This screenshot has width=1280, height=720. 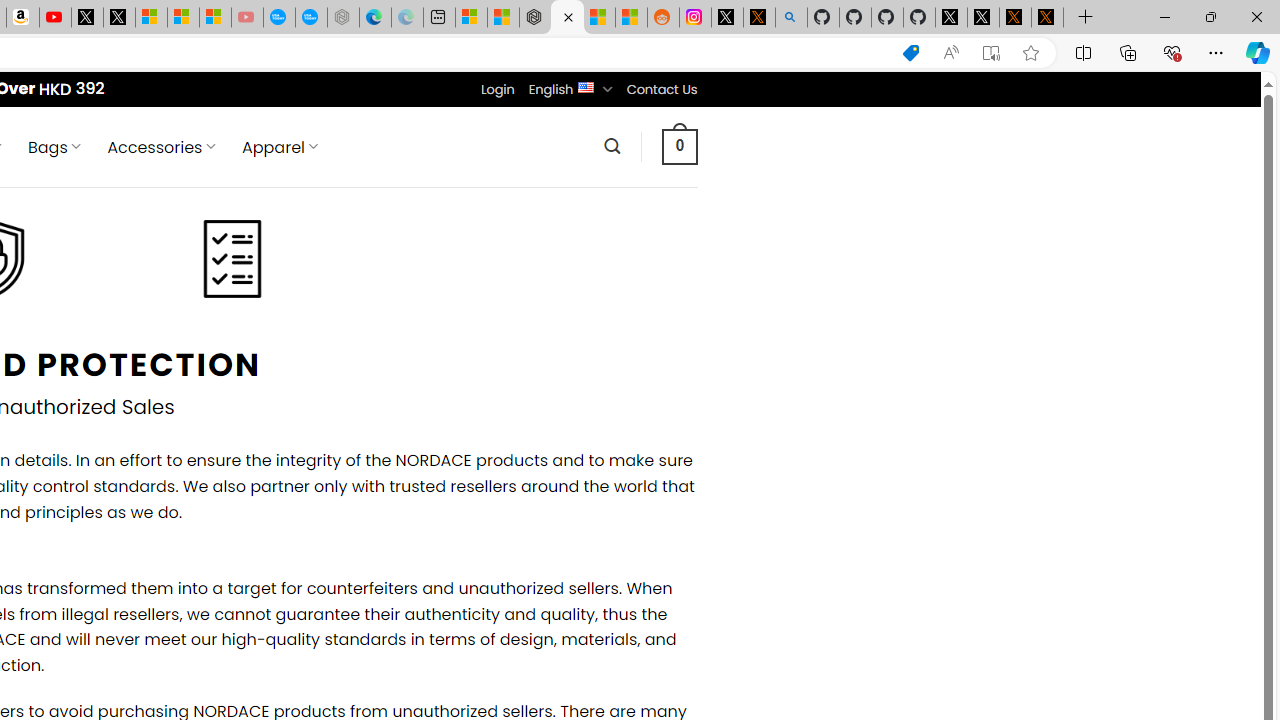 What do you see at coordinates (679, 145) in the screenshot?
I see `'  0  '` at bounding box center [679, 145].